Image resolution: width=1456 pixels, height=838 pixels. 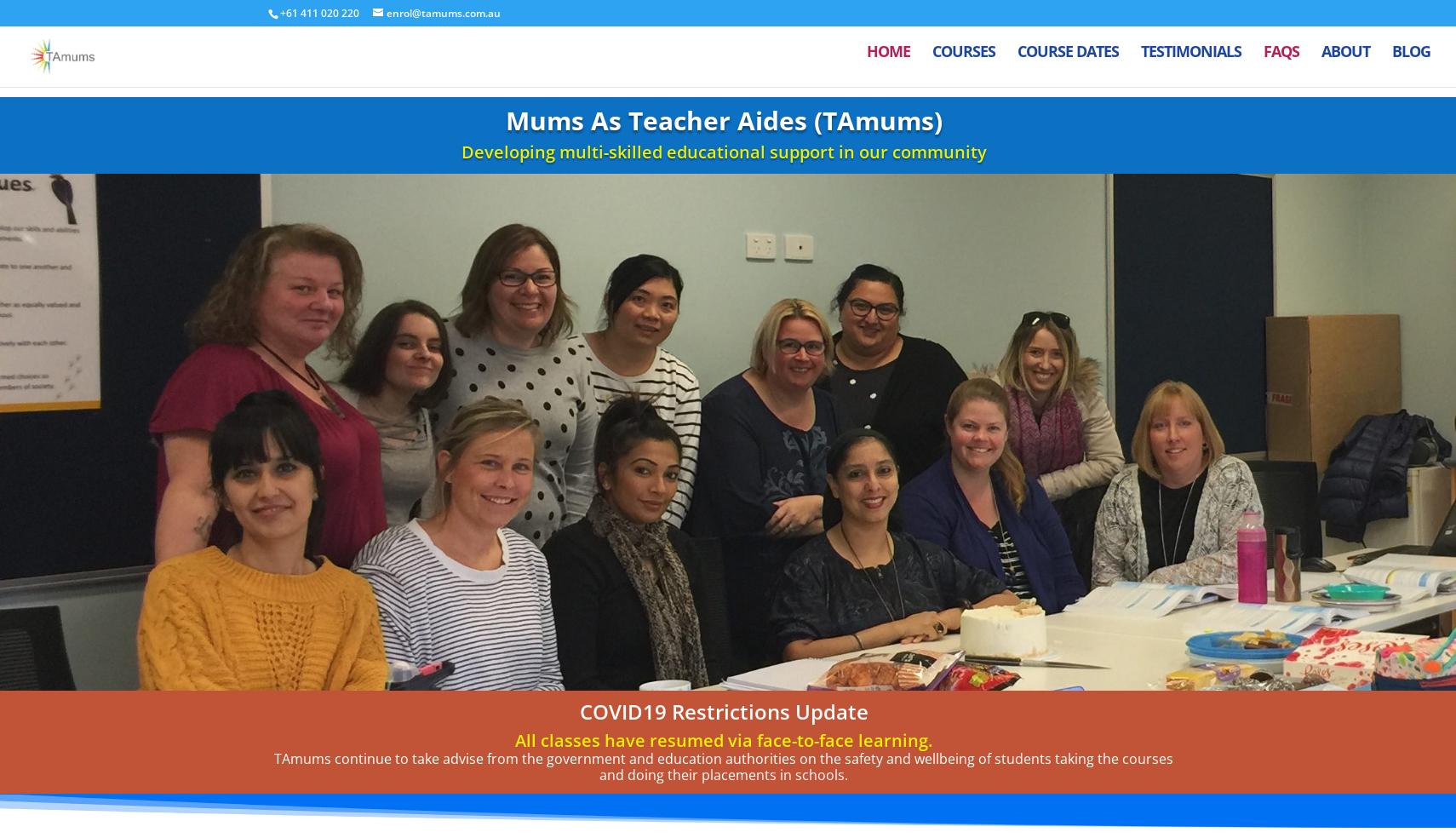 I want to click on 'FAQs', so click(x=1281, y=61).